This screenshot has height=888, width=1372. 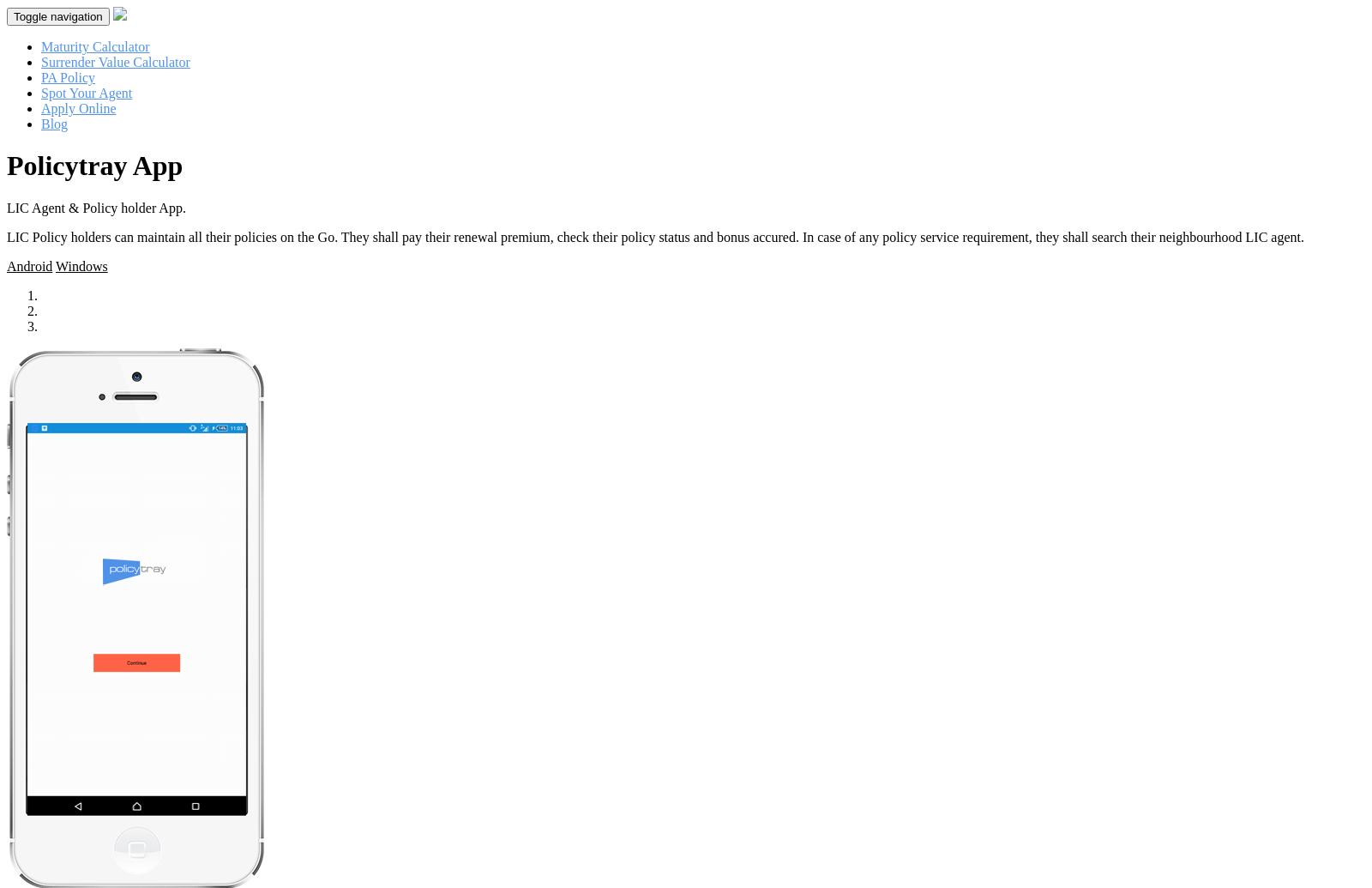 I want to click on 'Maturity Calculator', so click(x=94, y=46).